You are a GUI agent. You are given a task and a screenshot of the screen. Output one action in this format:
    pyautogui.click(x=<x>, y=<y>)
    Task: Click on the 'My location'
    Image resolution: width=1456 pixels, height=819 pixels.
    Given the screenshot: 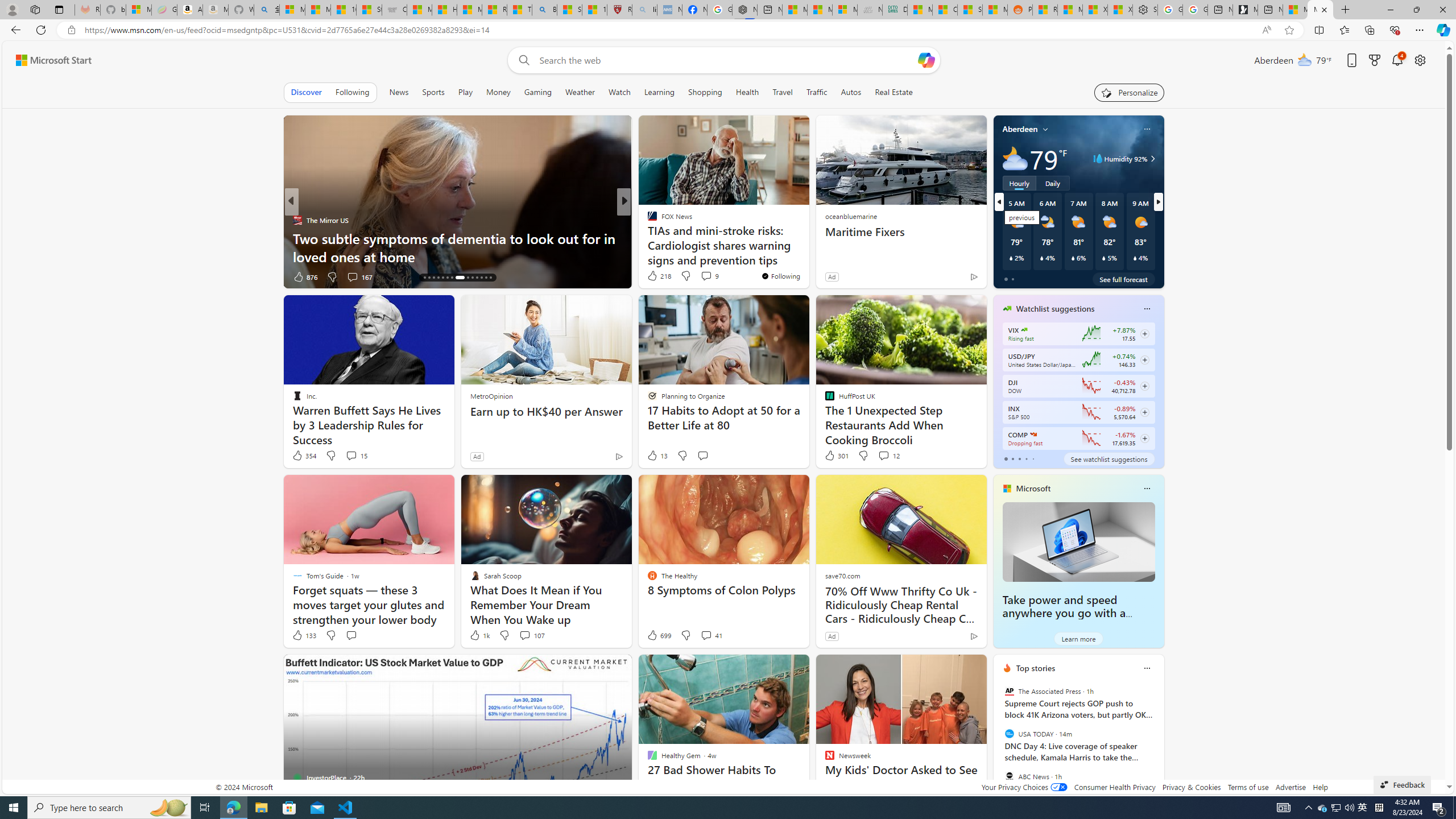 What is the action you would take?
    pyautogui.click(x=1045, y=128)
    